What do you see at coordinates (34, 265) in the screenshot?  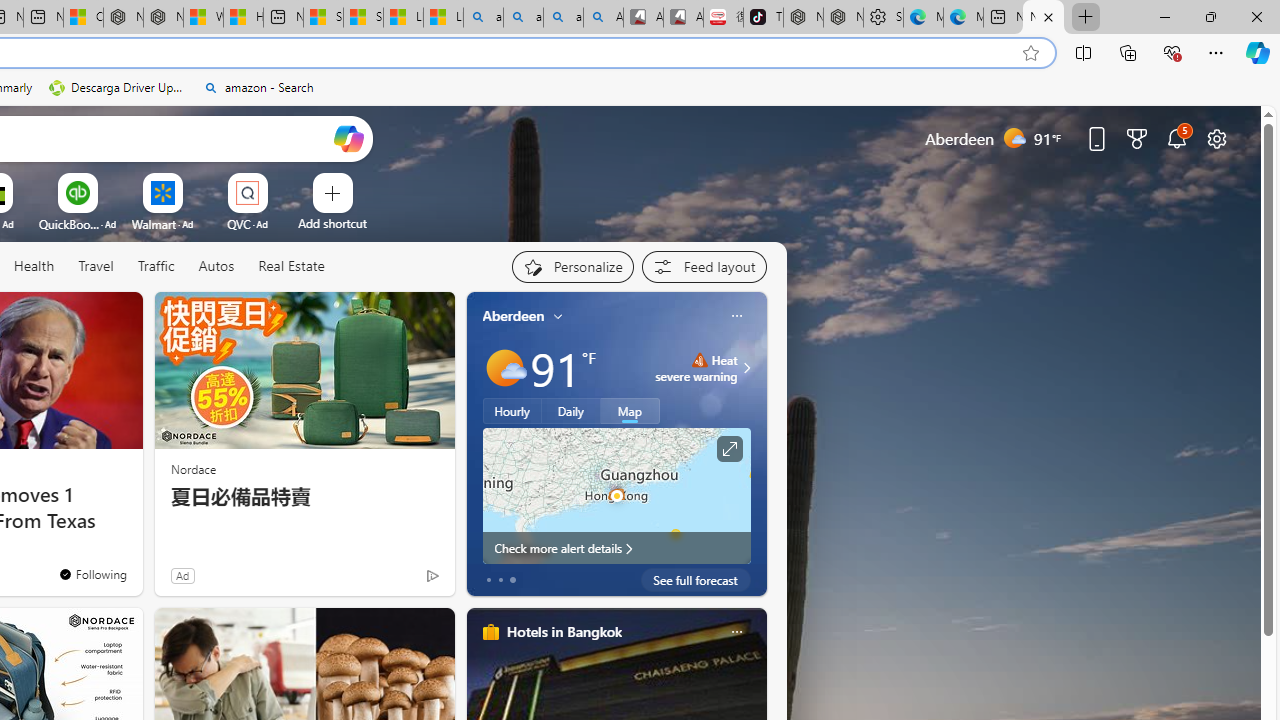 I see `'Health'` at bounding box center [34, 265].